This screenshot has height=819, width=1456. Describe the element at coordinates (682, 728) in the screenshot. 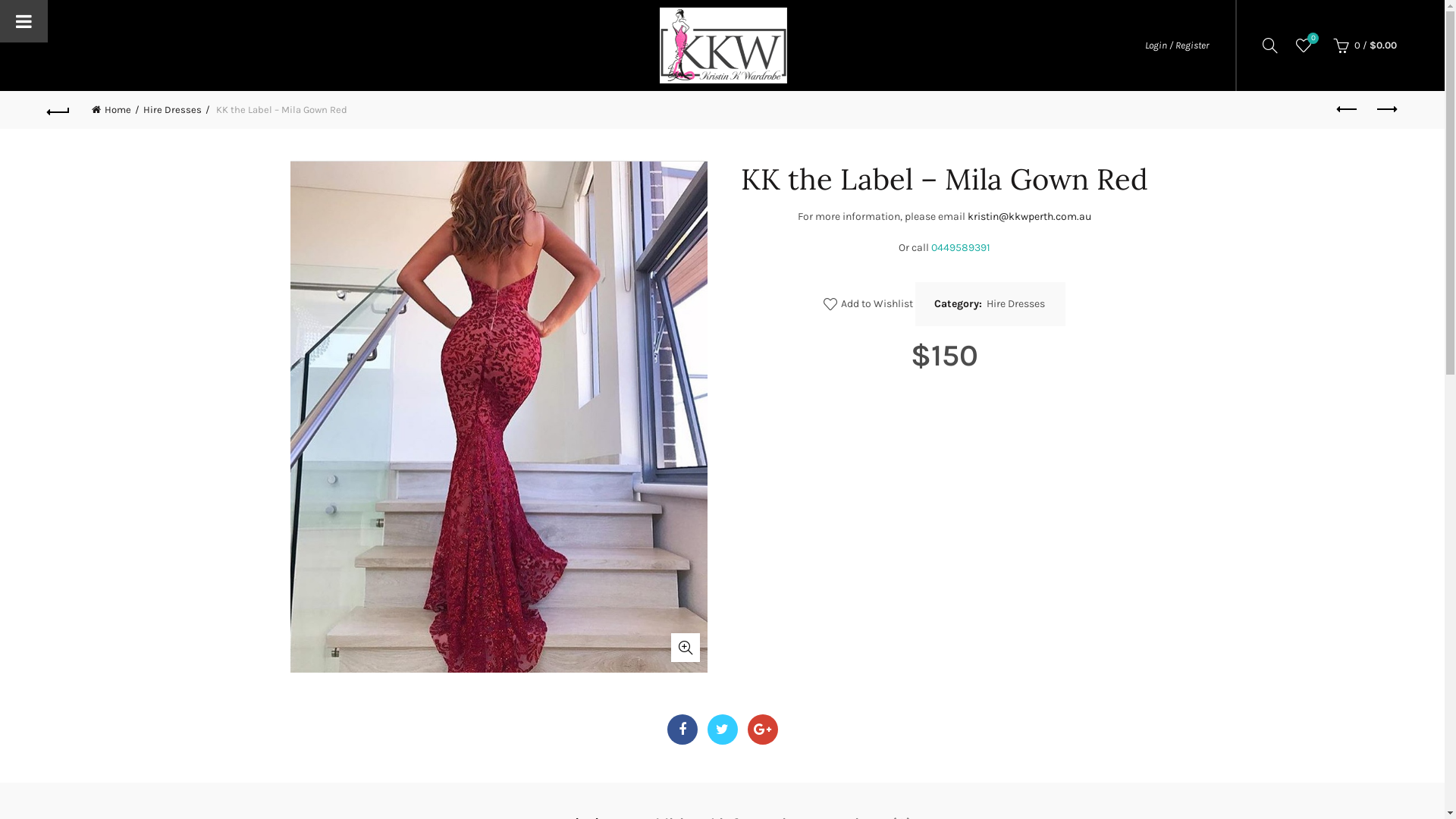

I see `'Facebook'` at that location.